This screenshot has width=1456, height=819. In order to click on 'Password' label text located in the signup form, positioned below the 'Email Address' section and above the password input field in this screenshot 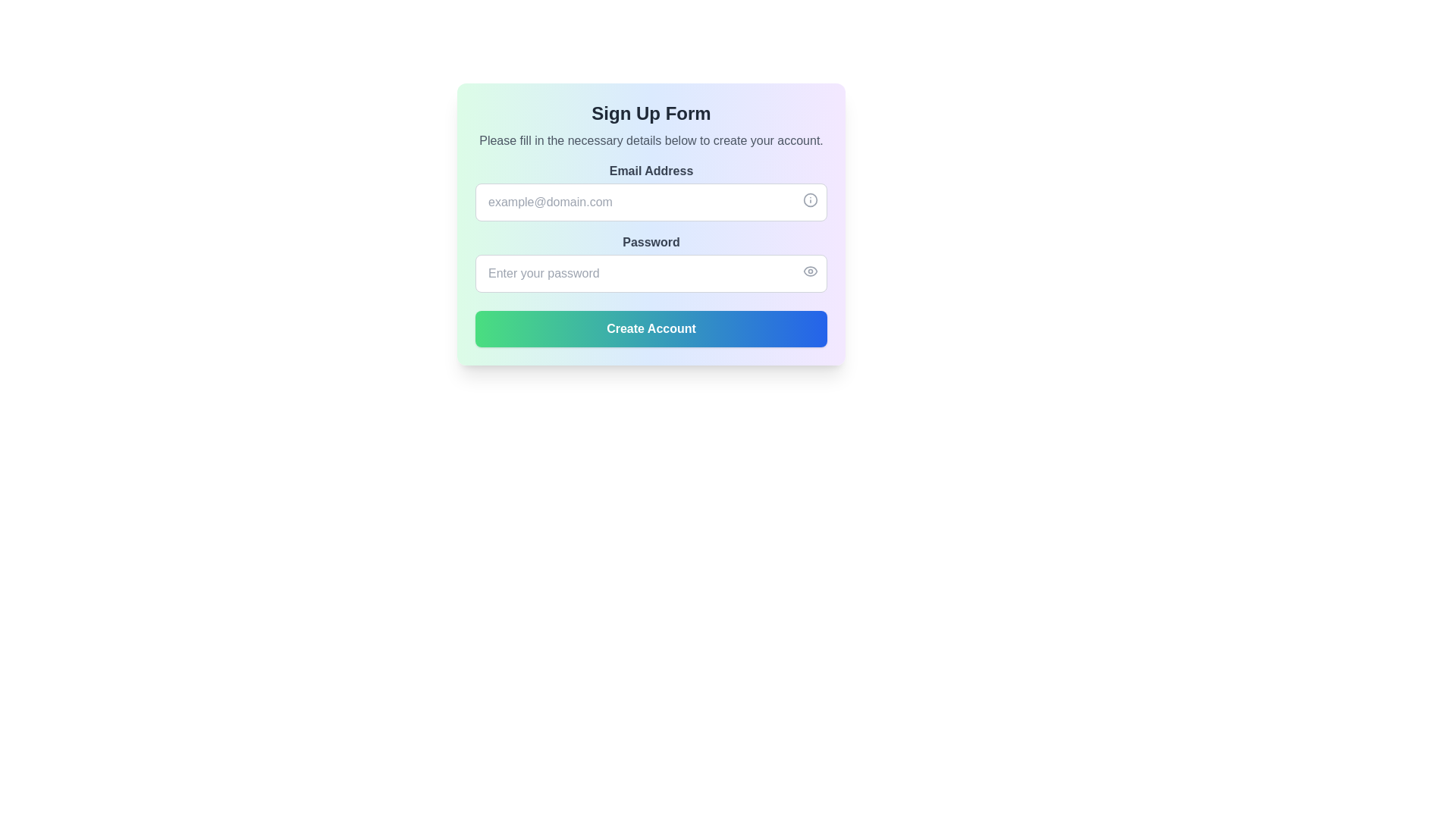, I will do `click(651, 242)`.